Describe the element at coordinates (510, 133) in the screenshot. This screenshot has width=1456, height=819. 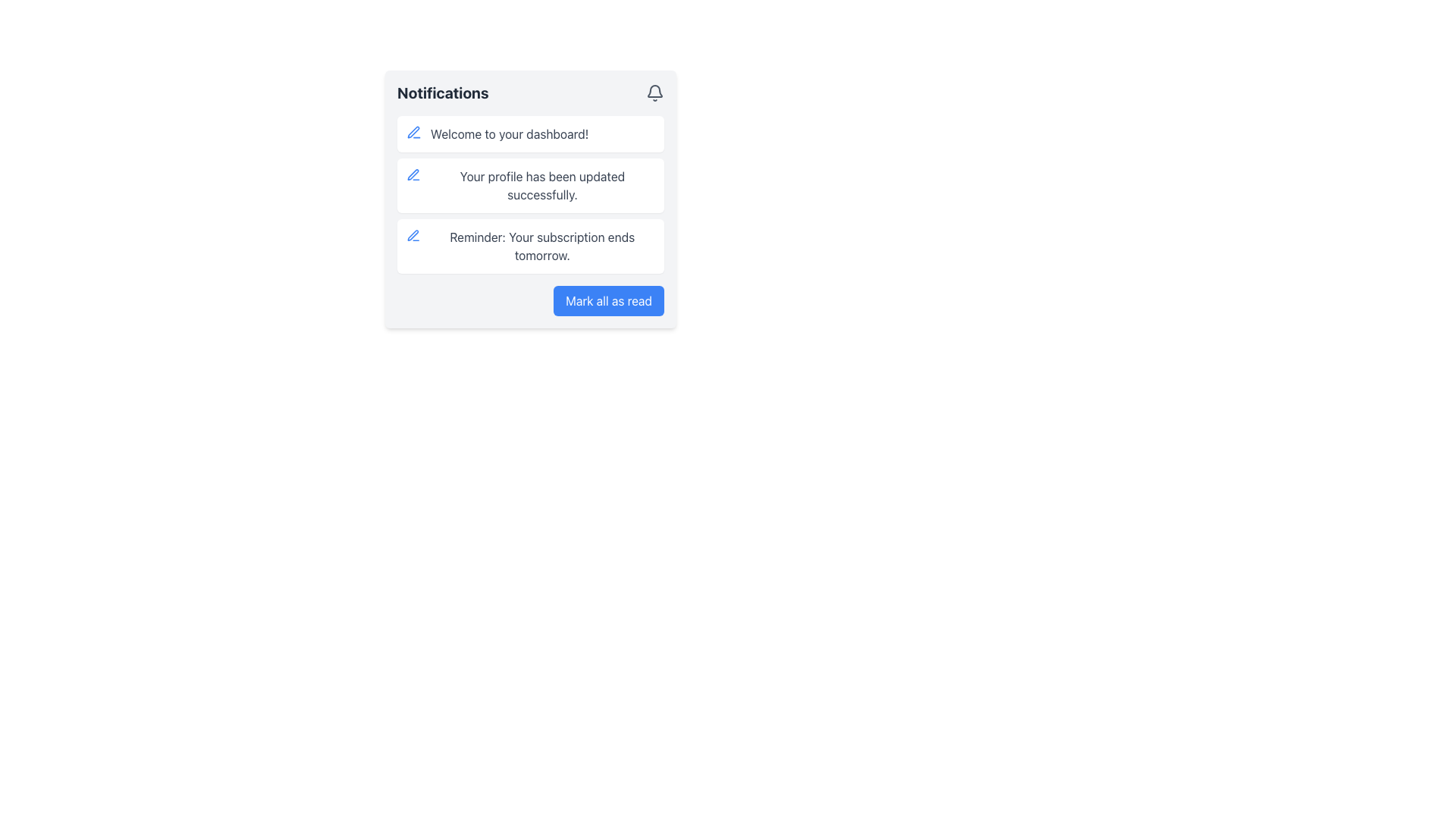
I see `the Text Label displaying 'Welcome to your dashboard!' located in the topmost notification card of the Notifications panel` at that location.